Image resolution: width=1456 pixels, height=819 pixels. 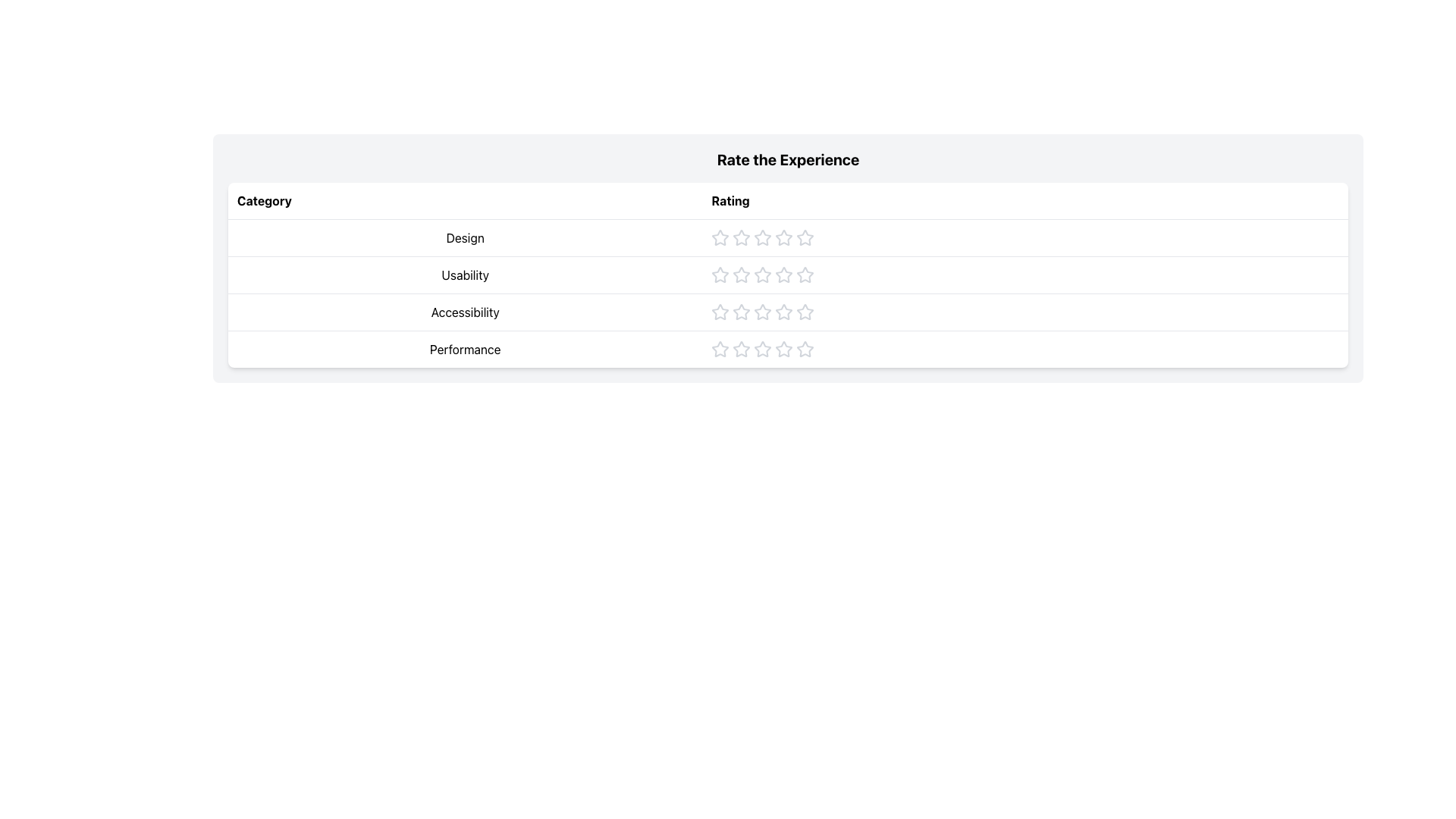 What do you see at coordinates (464, 275) in the screenshot?
I see `the text label 'Usability' which is prominently displayed in a medium-sized font within a bordered row, located in the second row under the 'Category' column, between 'Design' and 'Accessibility'` at bounding box center [464, 275].